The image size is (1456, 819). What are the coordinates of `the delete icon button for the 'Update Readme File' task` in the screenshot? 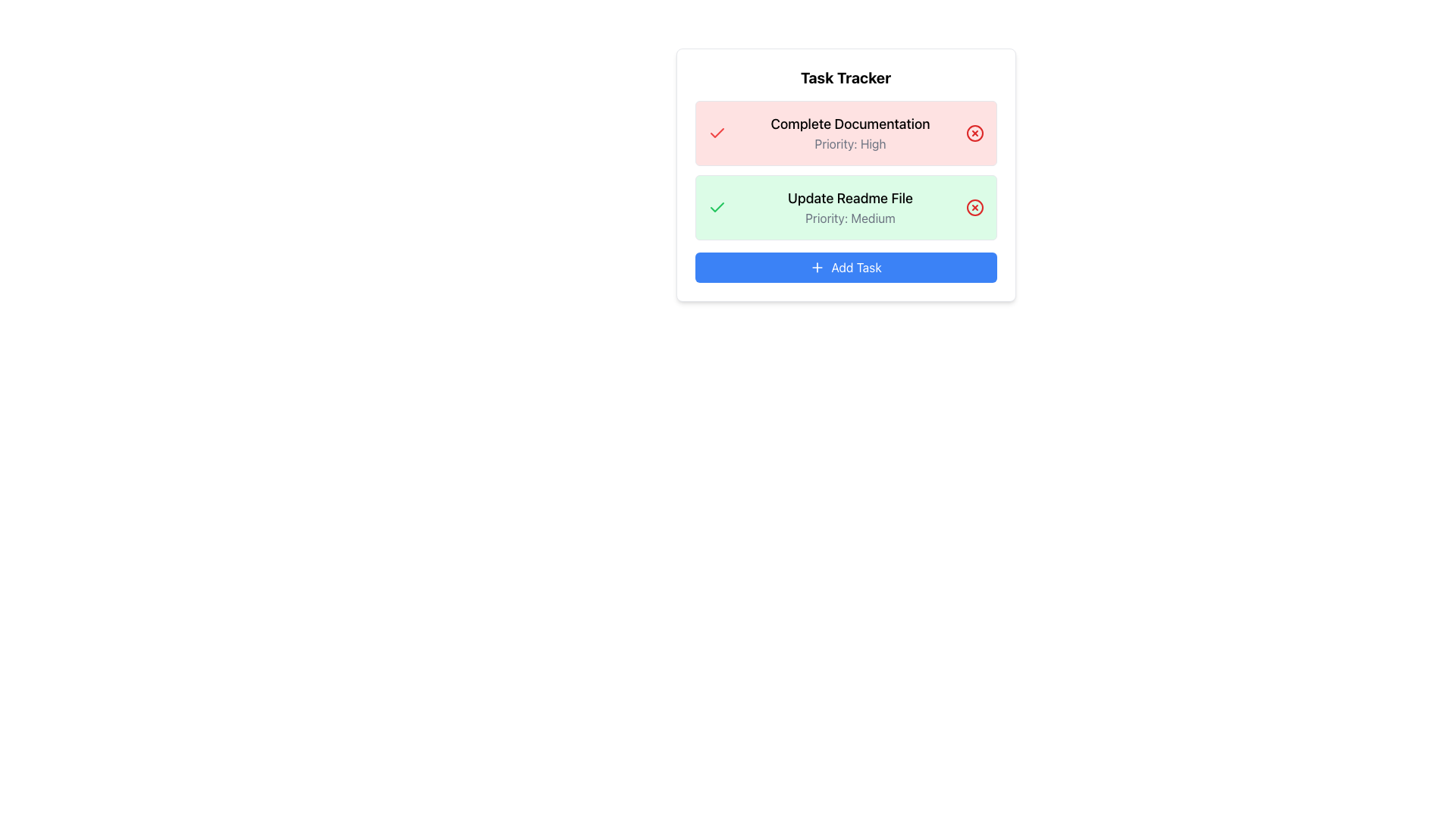 It's located at (974, 207).